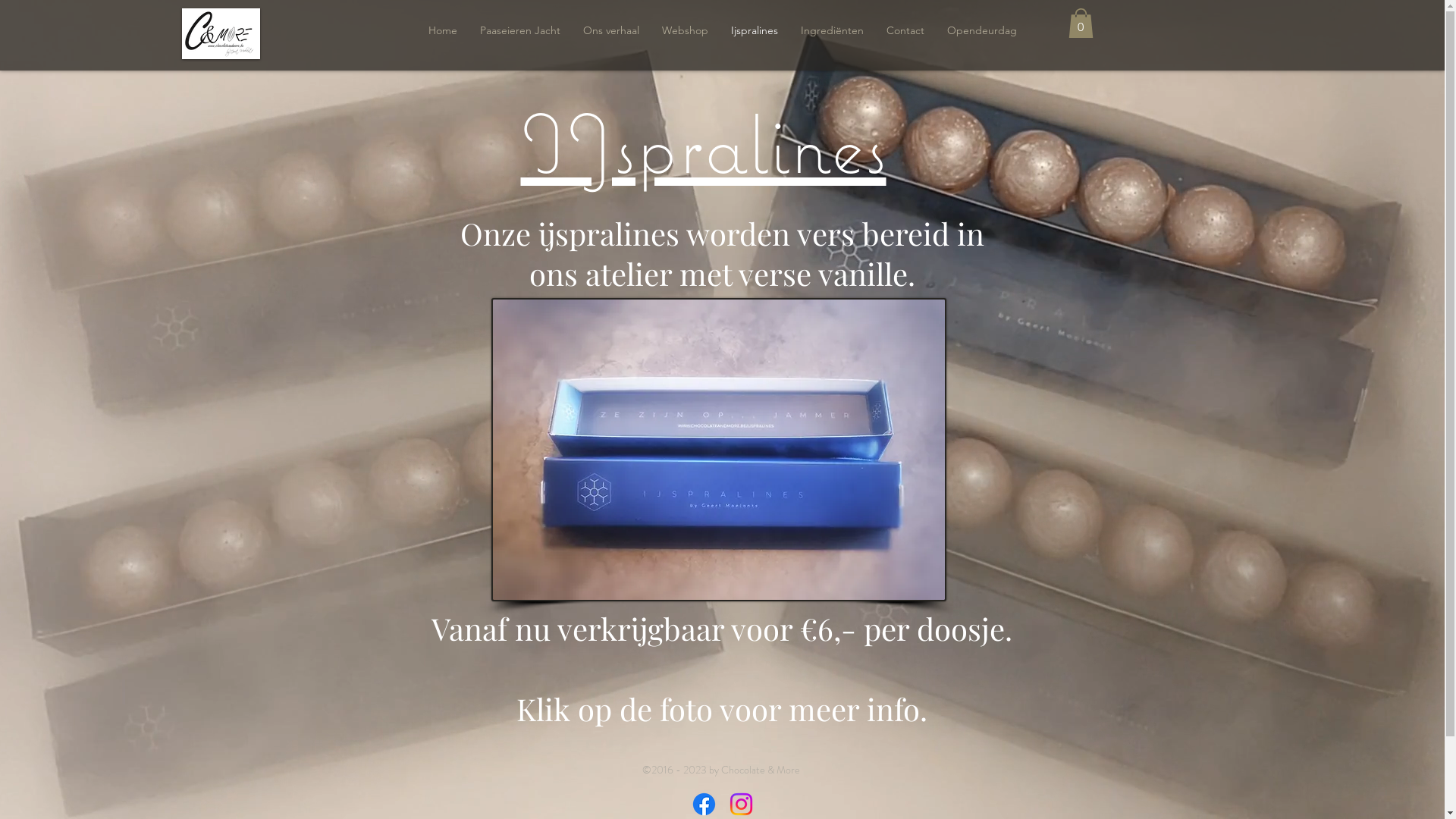  What do you see at coordinates (718, 449) in the screenshot?
I see `'IMG_20200217_154204_185.jpg'` at bounding box center [718, 449].